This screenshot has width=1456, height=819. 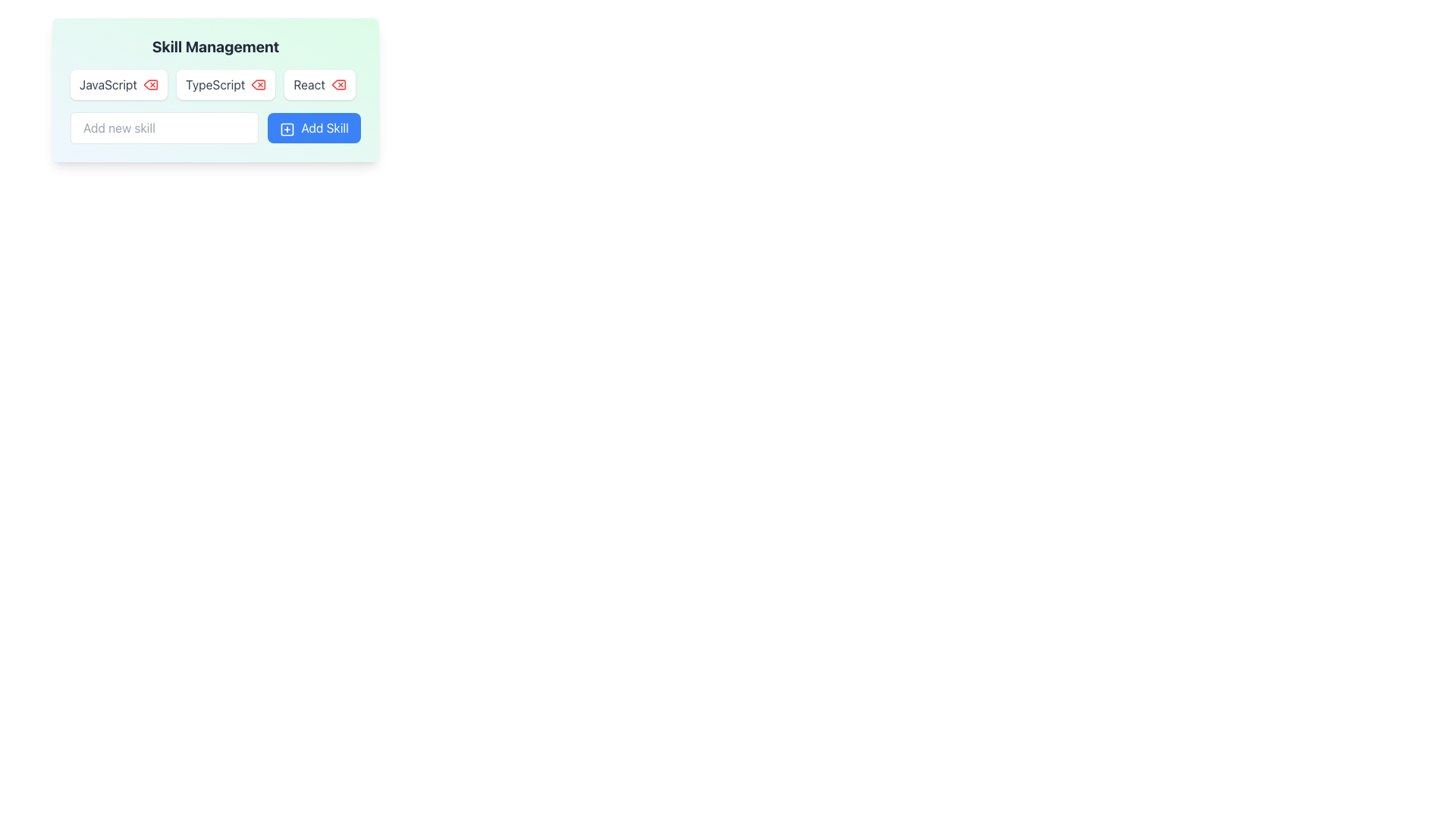 What do you see at coordinates (287, 128) in the screenshot?
I see `the 'add' icon located inside the 'Add Skill' button, positioned to the left of the text label` at bounding box center [287, 128].